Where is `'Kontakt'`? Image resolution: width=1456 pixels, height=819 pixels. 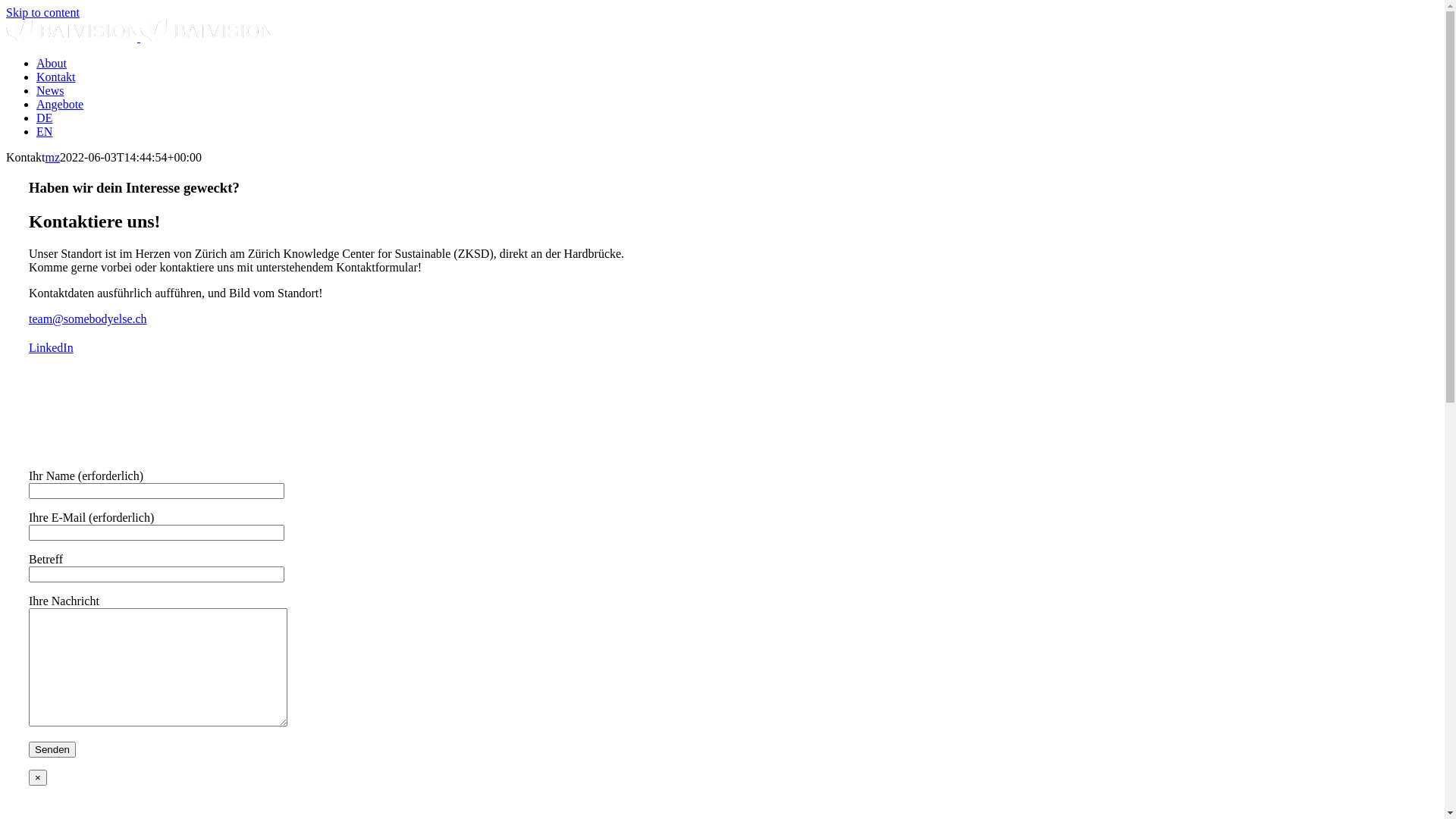
'Kontakt' is located at coordinates (55, 77).